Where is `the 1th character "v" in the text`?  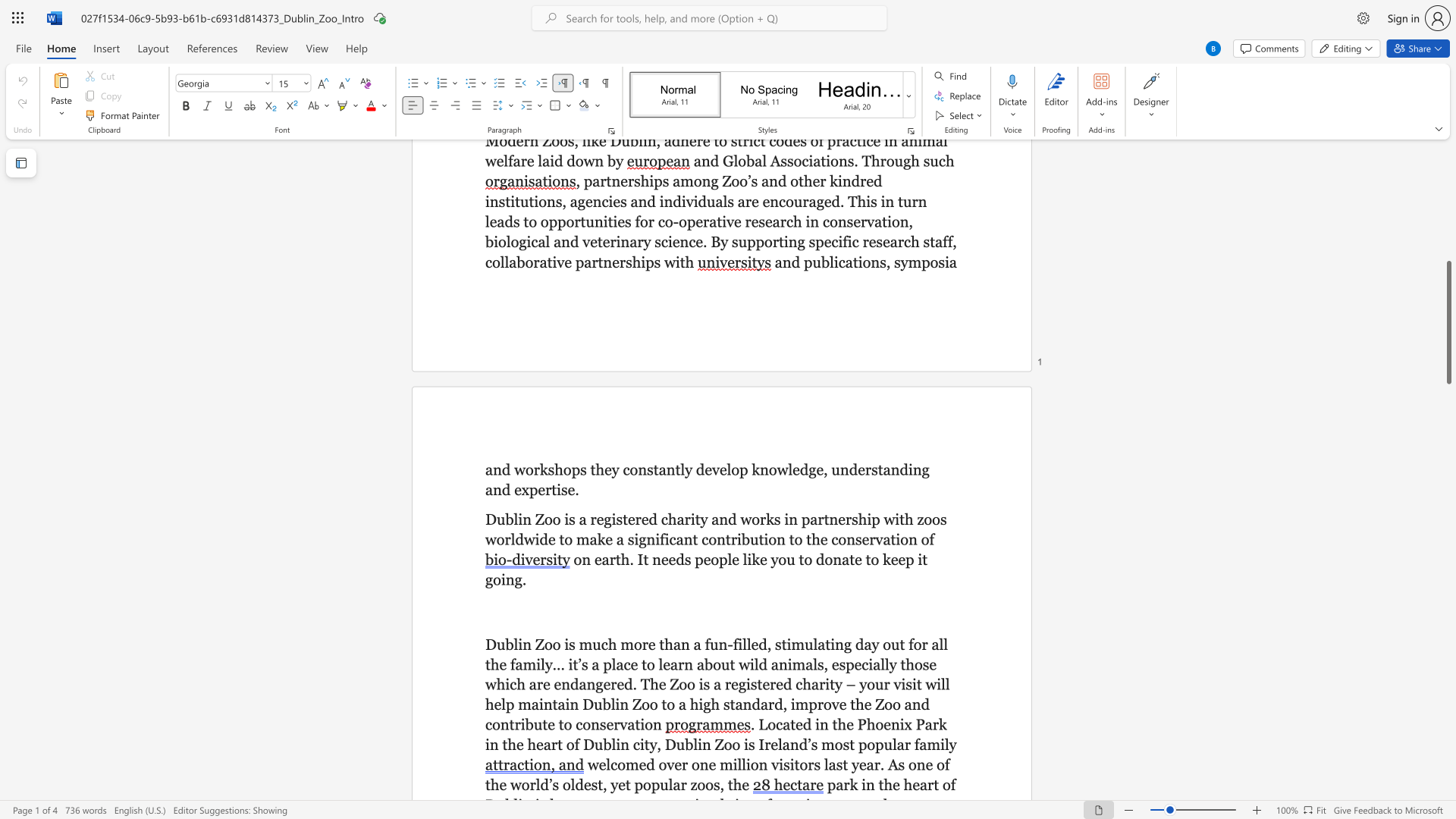
the 1th character "v" in the text is located at coordinates (715, 469).